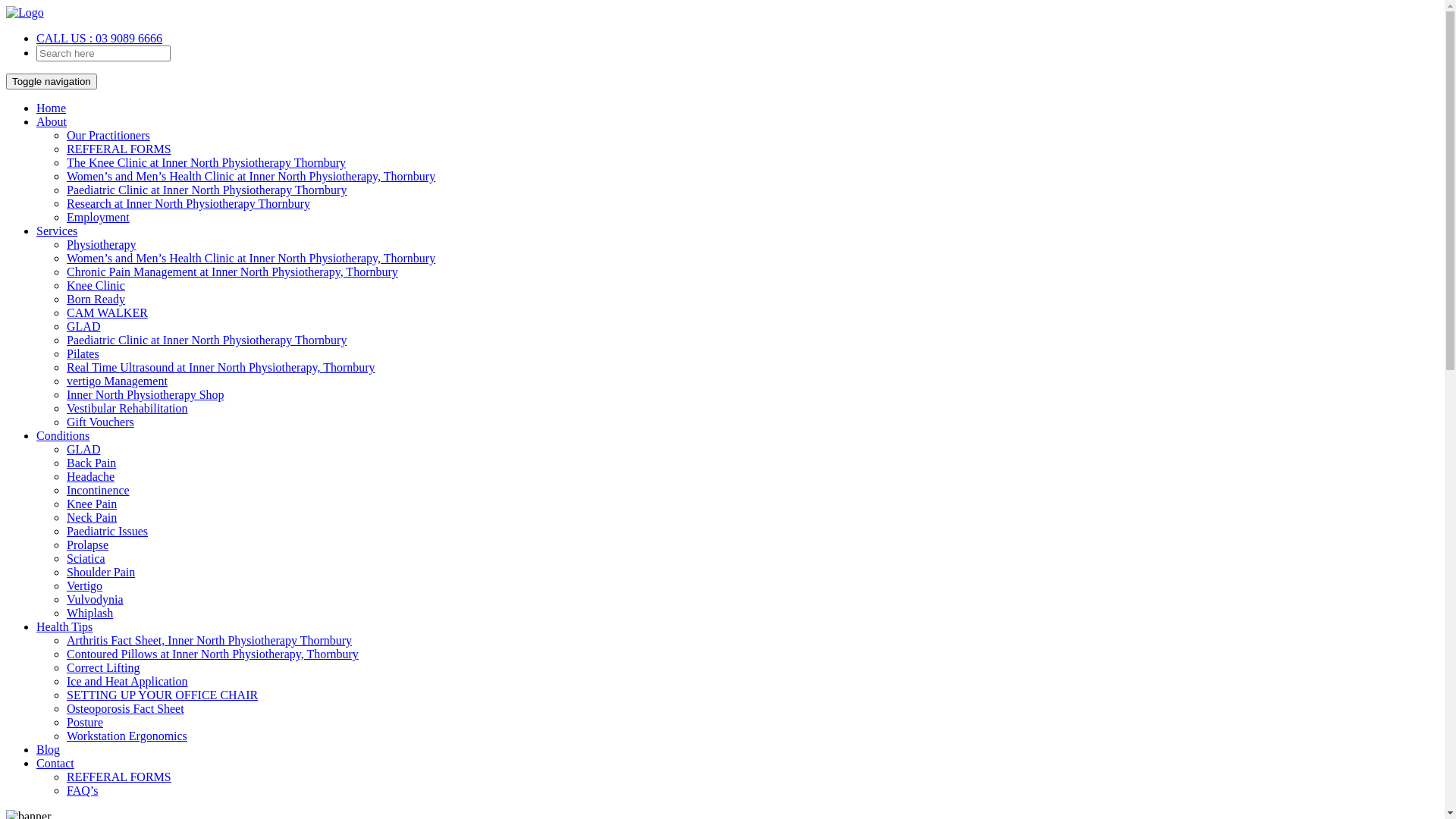 Image resolution: width=1456 pixels, height=819 pixels. I want to click on 'Contact', so click(55, 763).